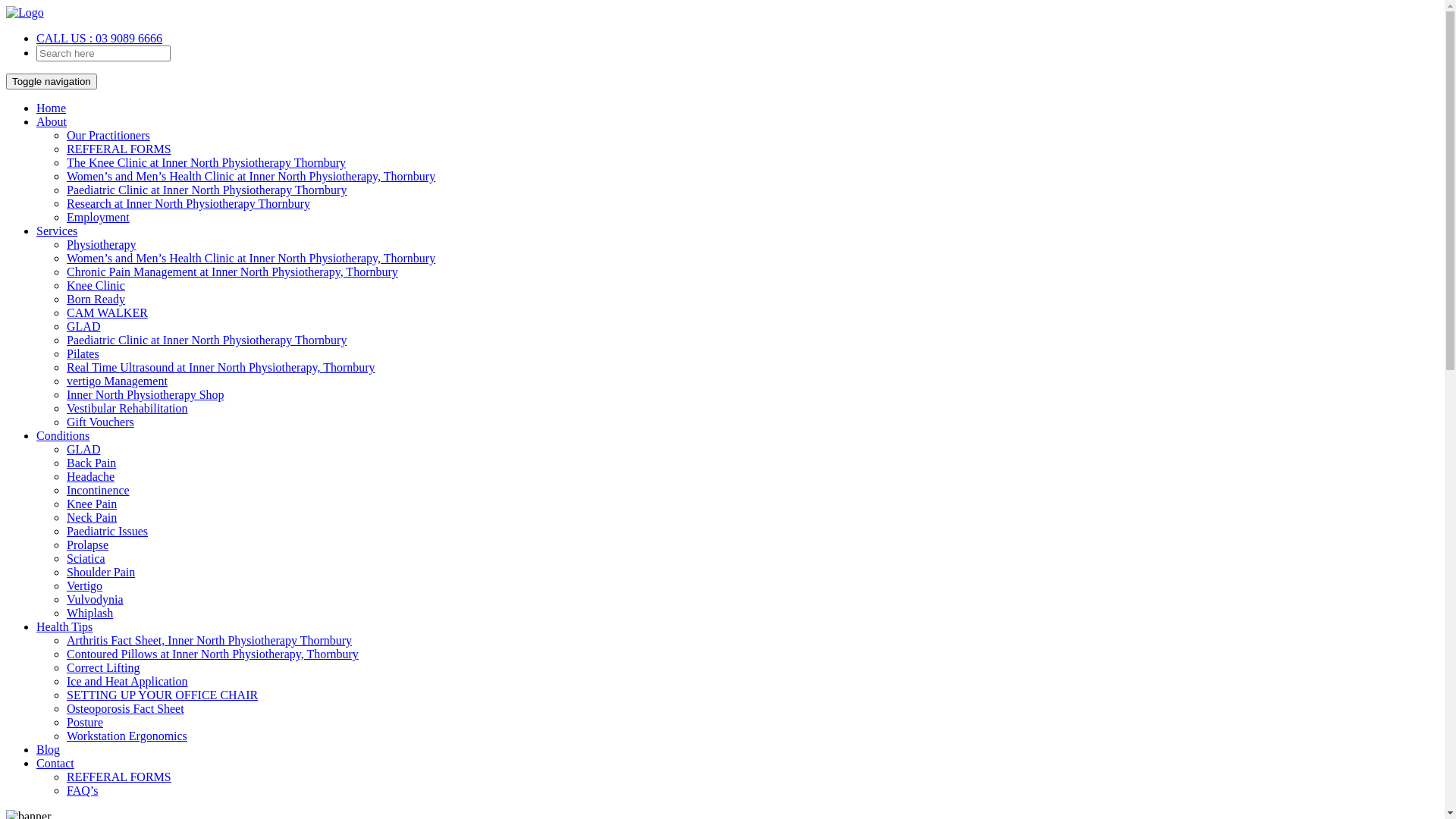 Image resolution: width=1456 pixels, height=819 pixels. I want to click on 'Contact', so click(55, 763).